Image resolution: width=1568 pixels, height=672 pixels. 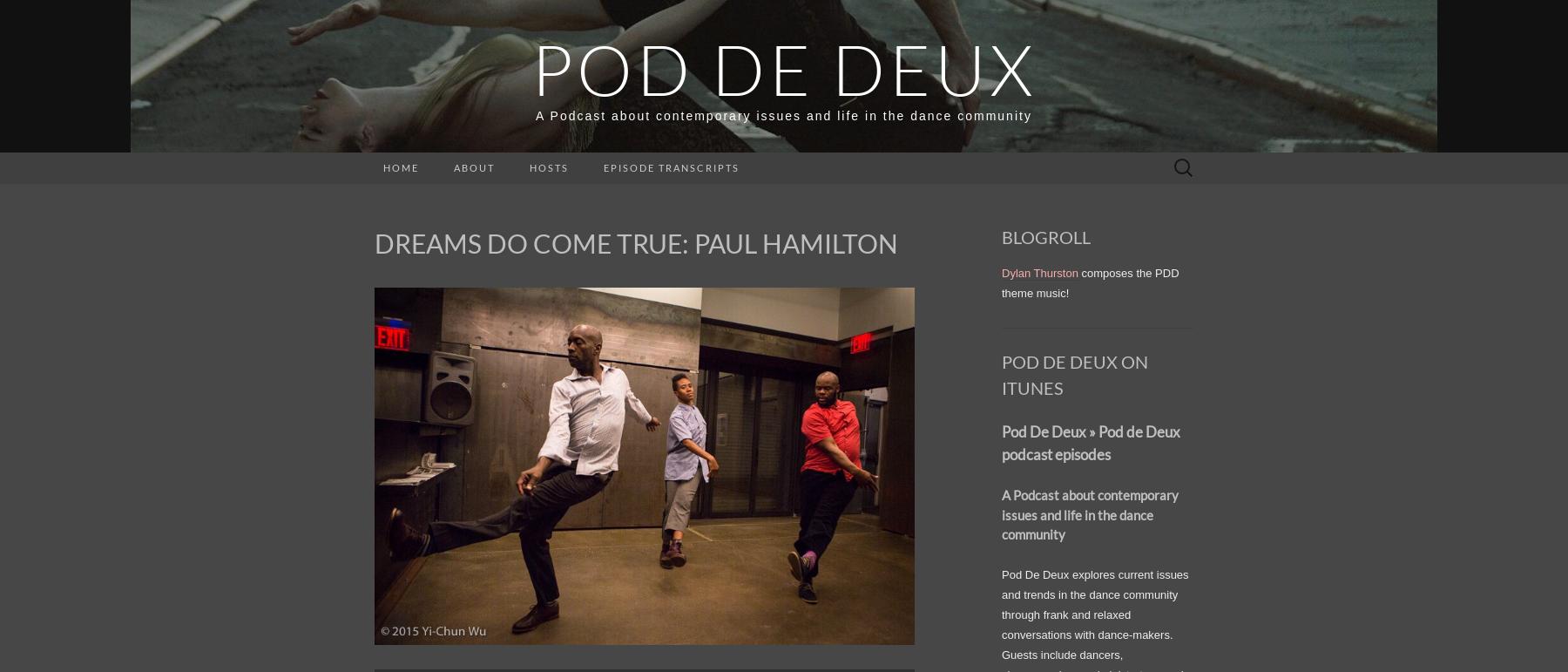 I want to click on 'Dylan Thurston', so click(x=1038, y=273).